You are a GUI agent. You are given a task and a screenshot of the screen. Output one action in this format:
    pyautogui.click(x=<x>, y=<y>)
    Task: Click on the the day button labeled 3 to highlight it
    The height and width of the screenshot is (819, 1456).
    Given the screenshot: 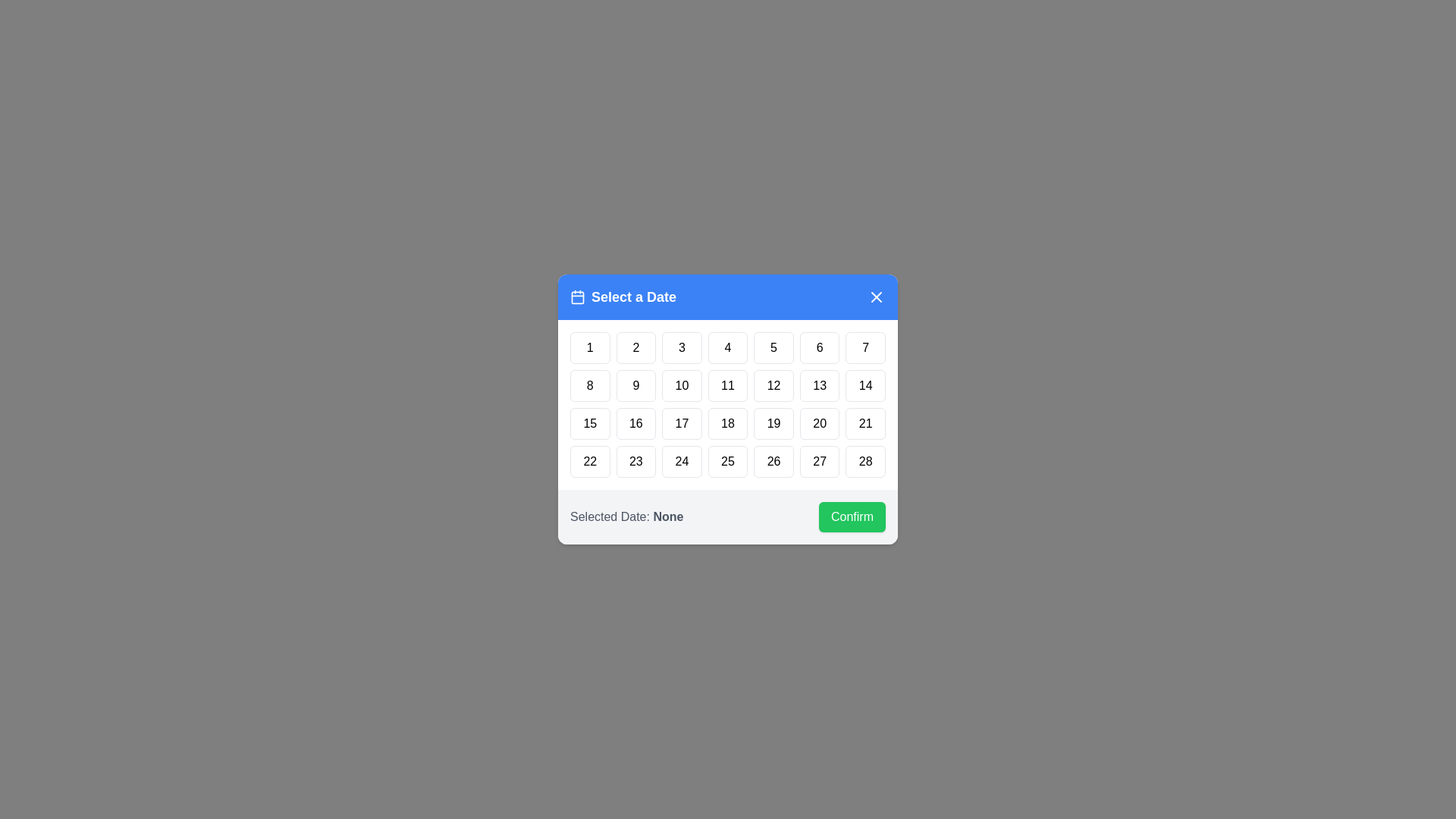 What is the action you would take?
    pyautogui.click(x=680, y=348)
    